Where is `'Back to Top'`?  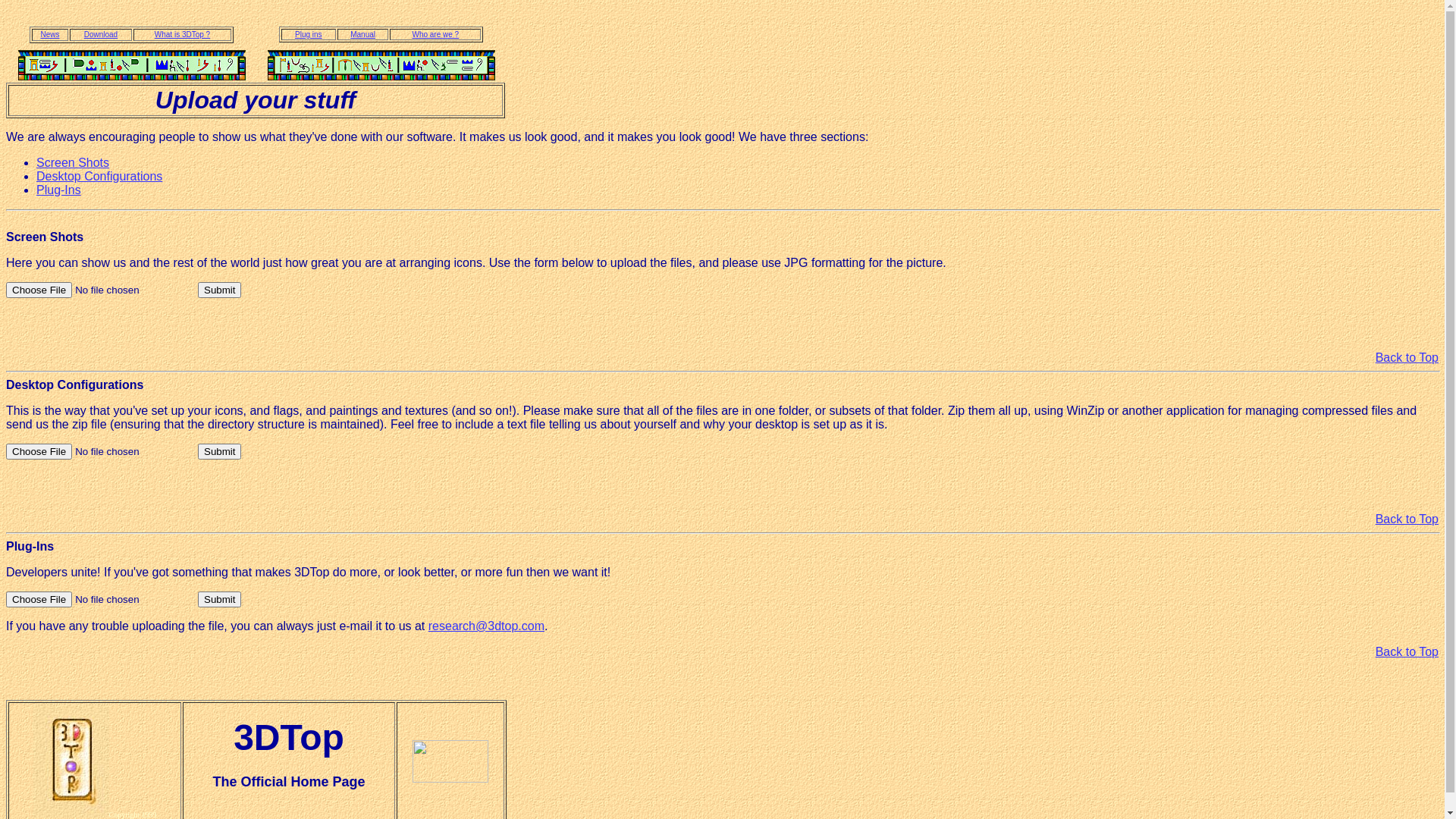 'Back to Top' is located at coordinates (1406, 518).